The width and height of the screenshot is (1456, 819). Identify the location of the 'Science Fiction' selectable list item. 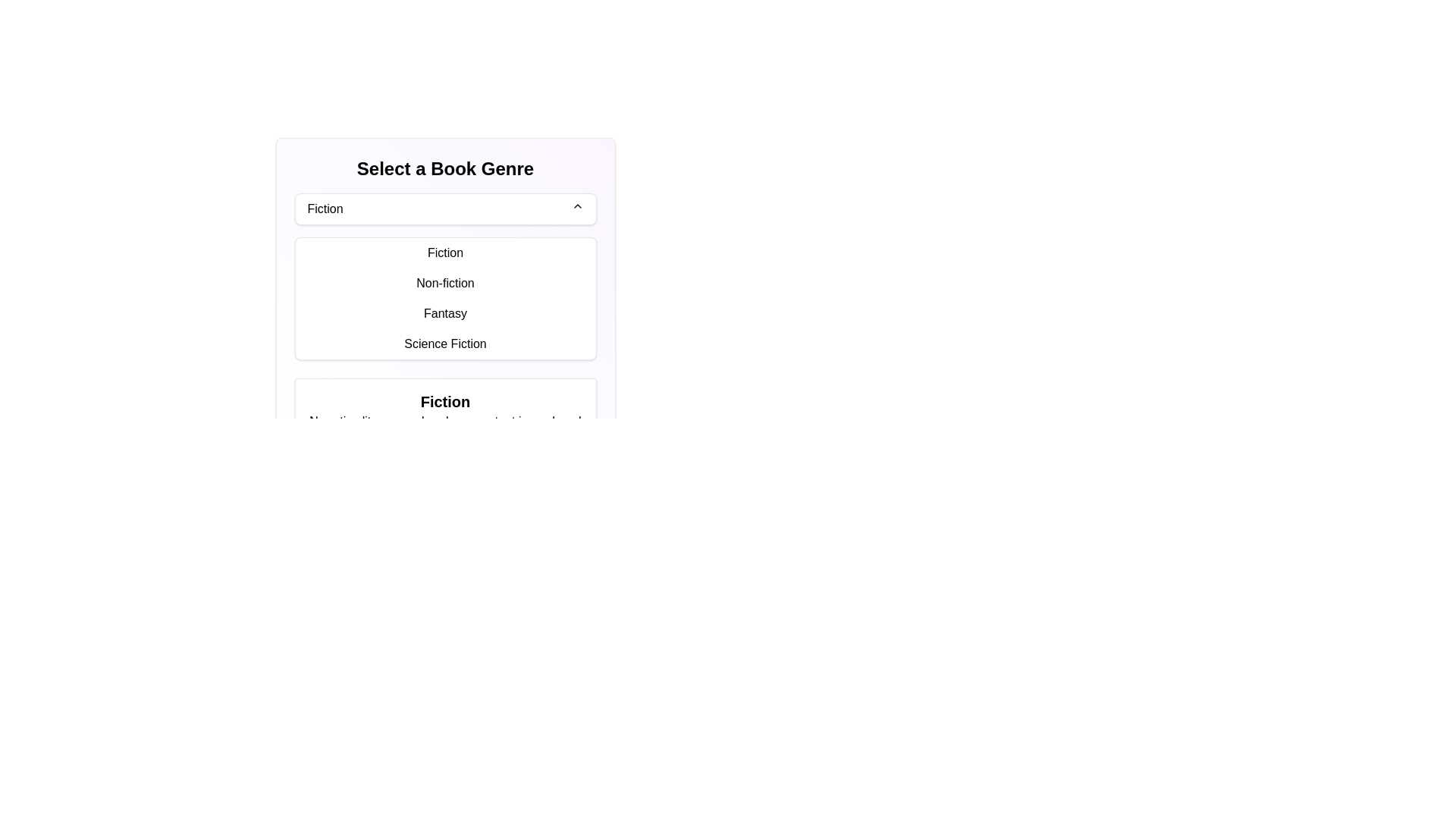
(444, 344).